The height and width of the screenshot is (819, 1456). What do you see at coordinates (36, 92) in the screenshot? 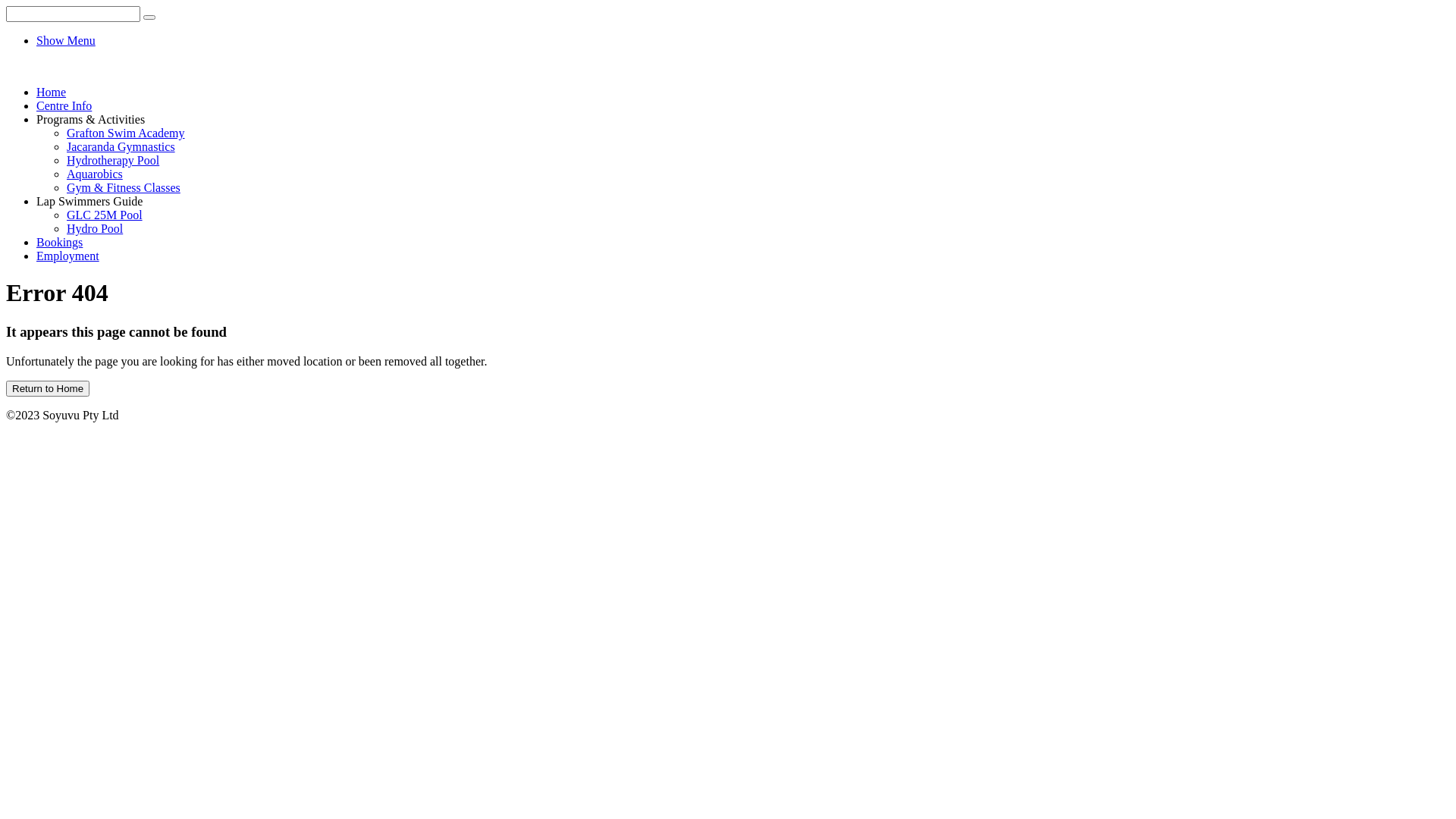
I see `'Home'` at bounding box center [36, 92].